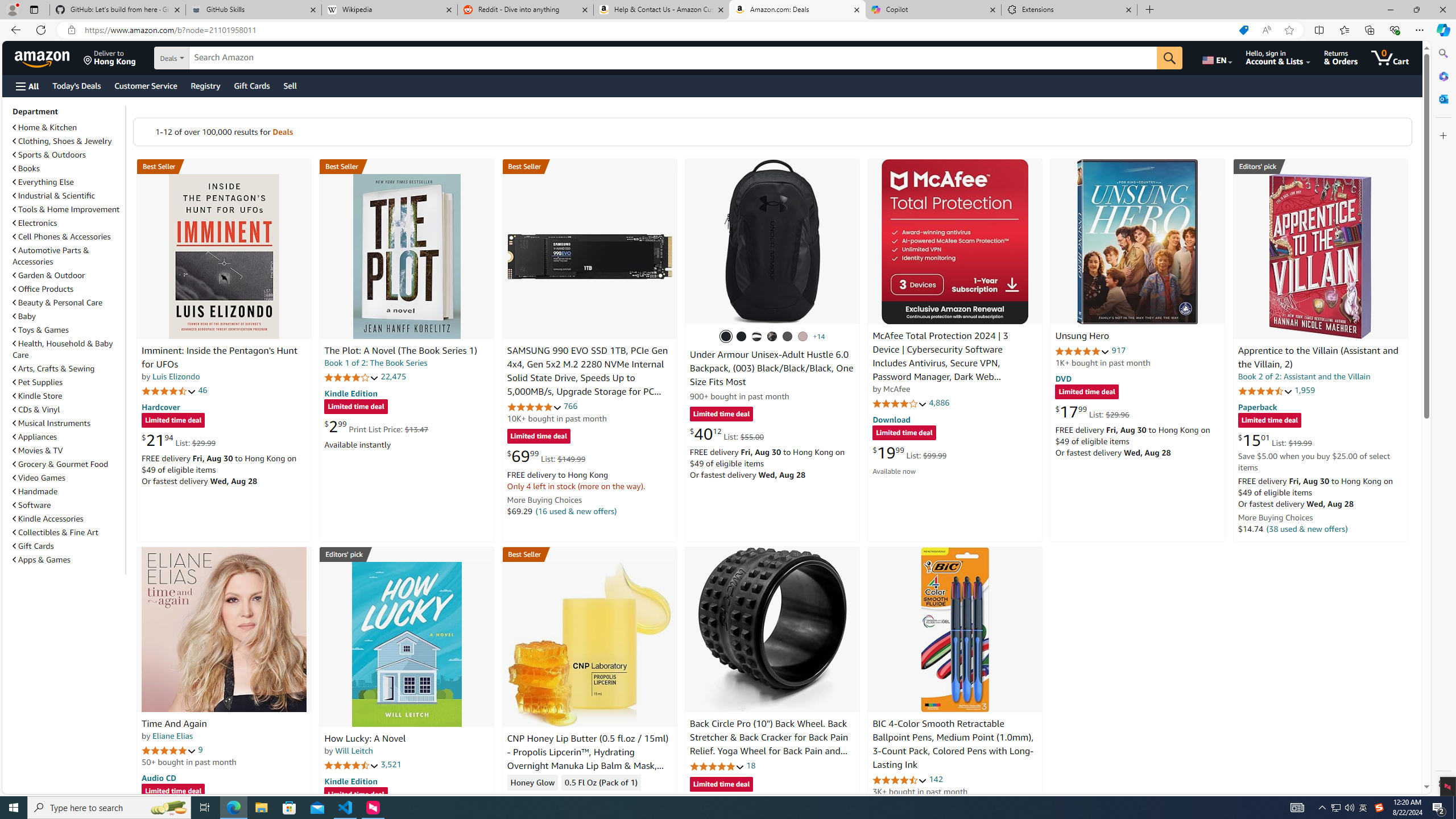 Image resolution: width=1456 pixels, height=819 pixels. I want to click on '$21.94 List: $29.99', so click(178, 440).